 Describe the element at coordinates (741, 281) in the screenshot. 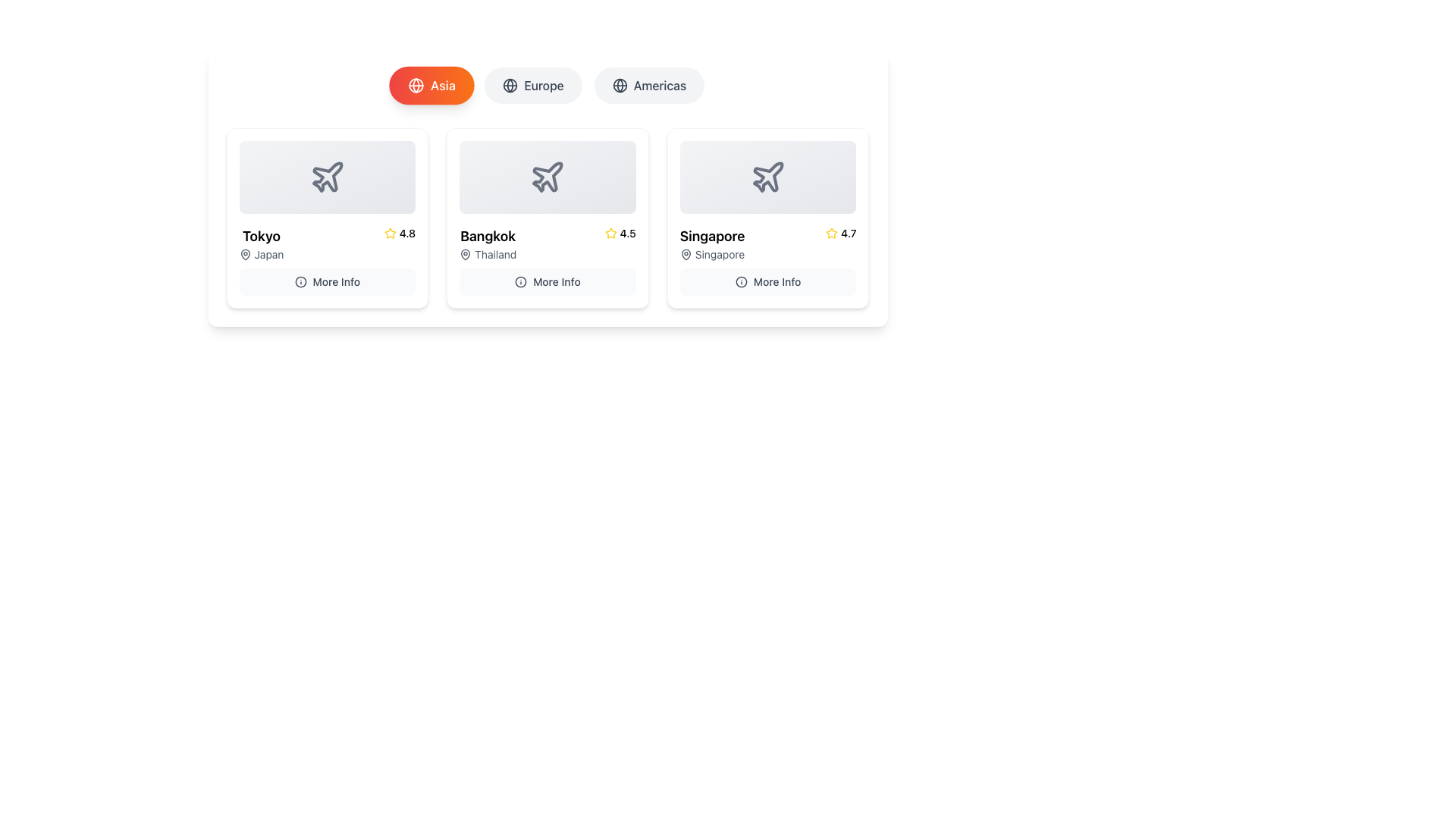

I see `the 'info' icon element that indicates additional details or information in the user interface` at that location.